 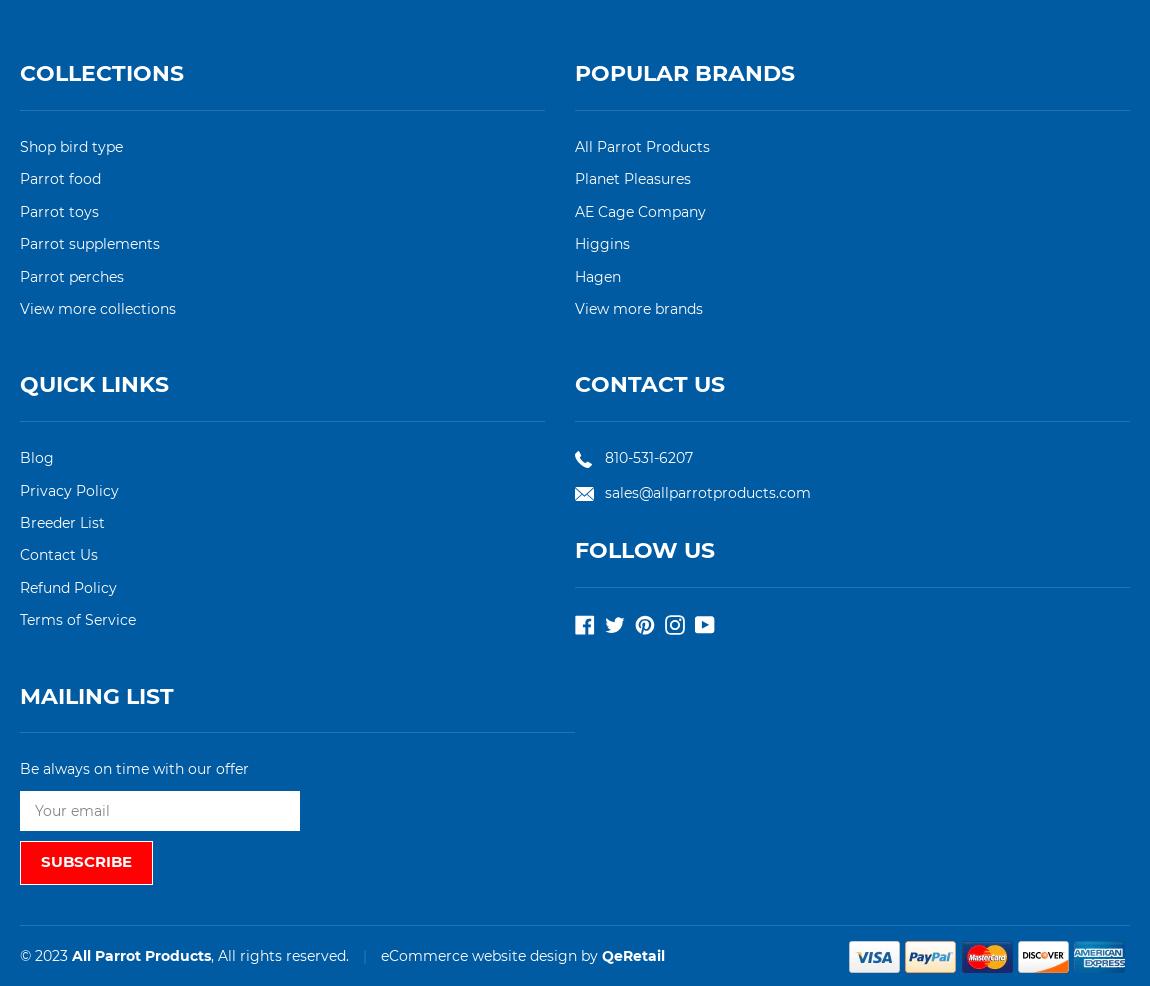 What do you see at coordinates (648, 383) in the screenshot?
I see `'Contact us'` at bounding box center [648, 383].